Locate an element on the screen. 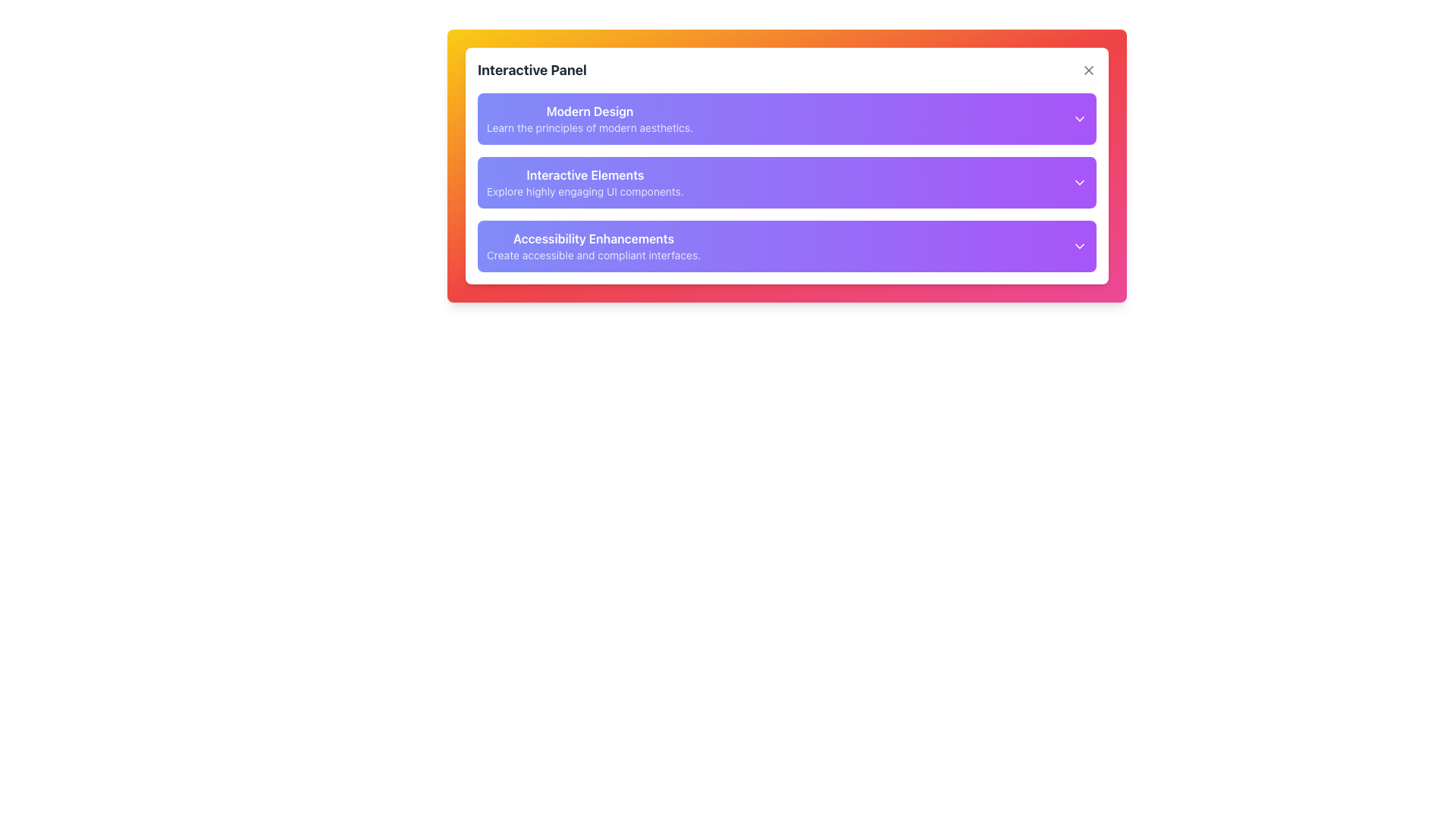  the Chevron Icon, a small, downward-pointing arrow styled in white on a purple background, located at the right end of the 'Accessibility Enhancements' section's title bar is located at coordinates (1079, 245).